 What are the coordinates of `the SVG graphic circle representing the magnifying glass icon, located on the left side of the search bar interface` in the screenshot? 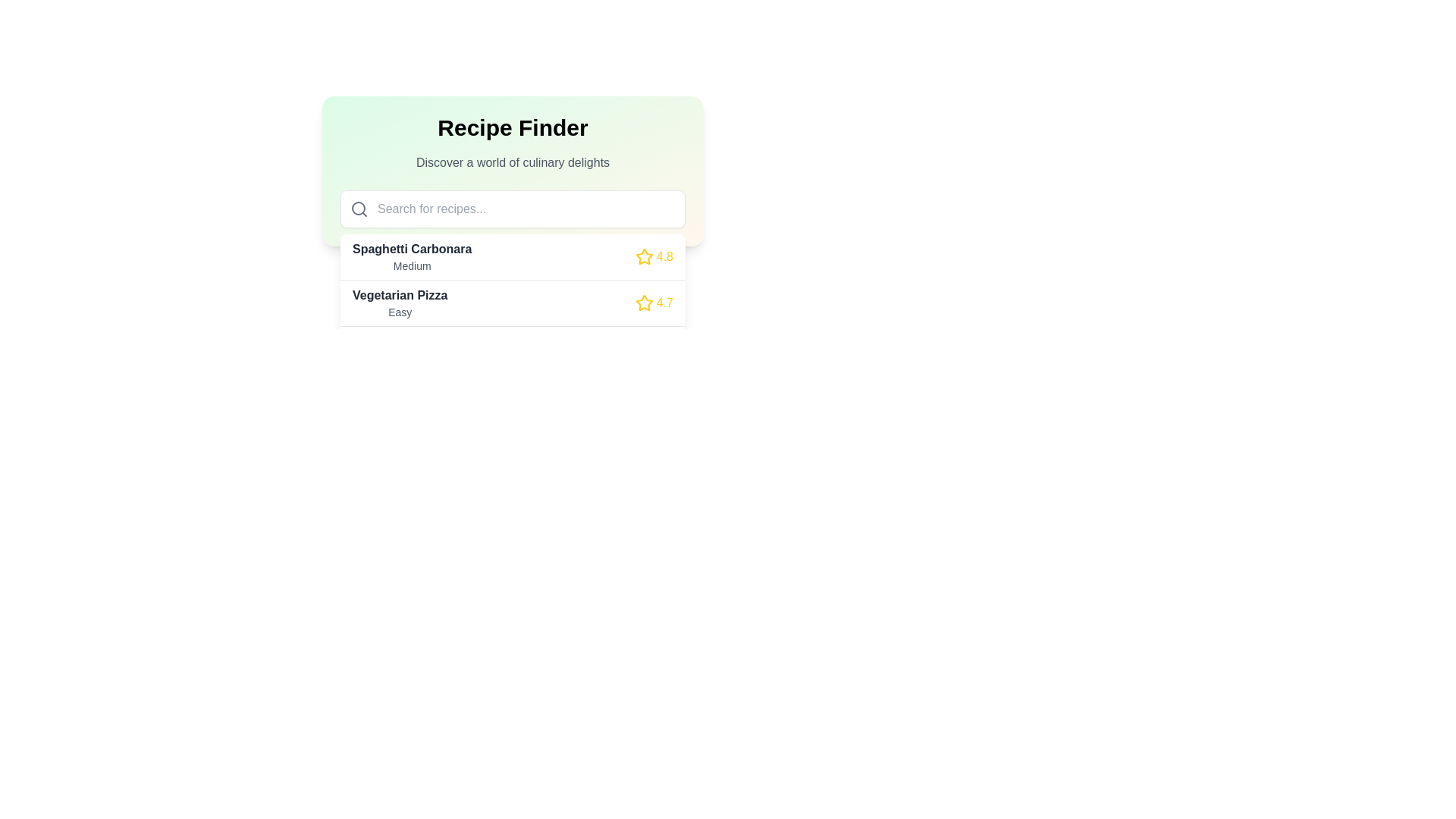 It's located at (358, 208).